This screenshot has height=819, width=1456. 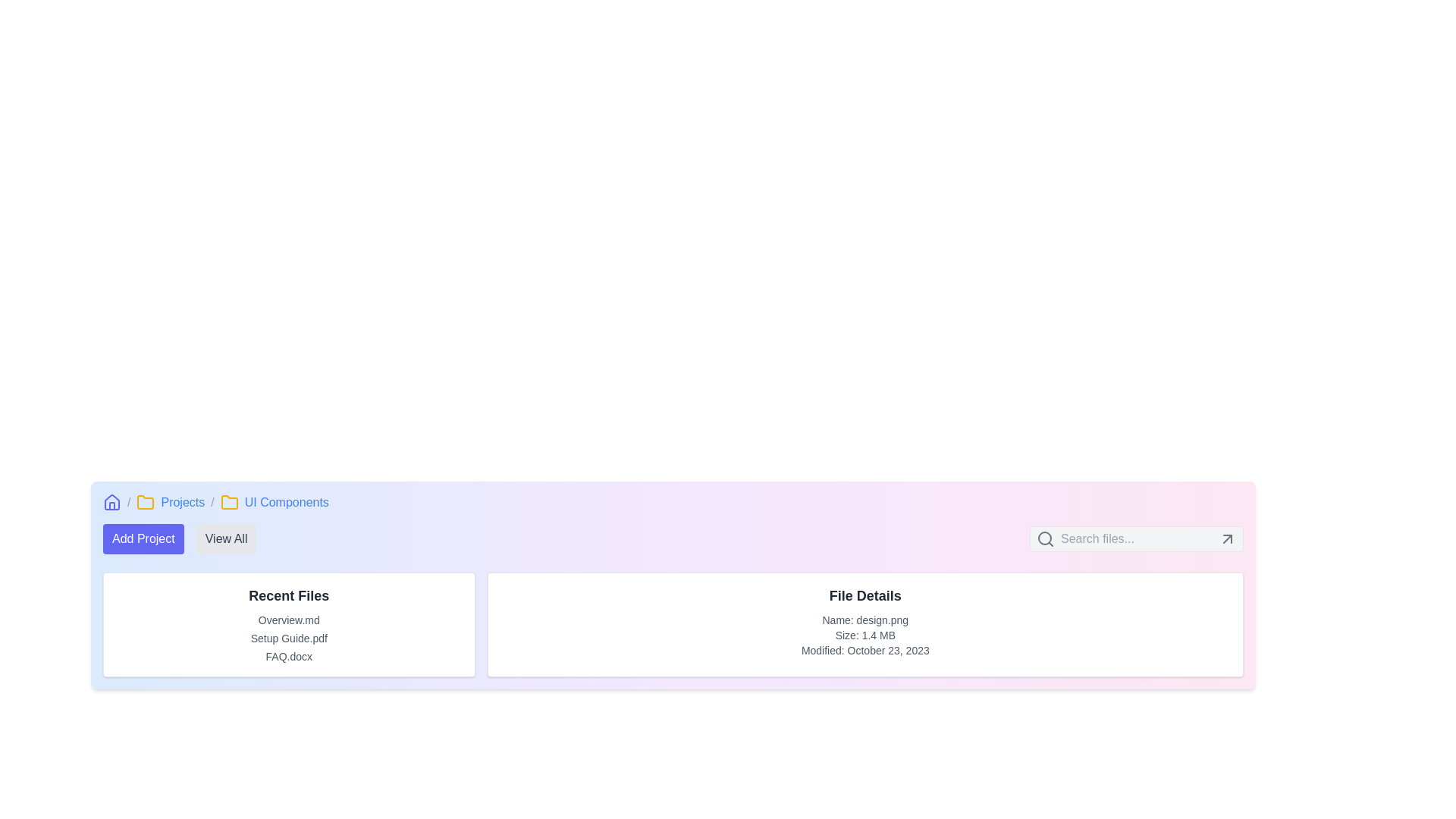 I want to click on the 'View All' button, which has a gray background with rounded corners and dark text, to change its appearance, so click(x=225, y=538).